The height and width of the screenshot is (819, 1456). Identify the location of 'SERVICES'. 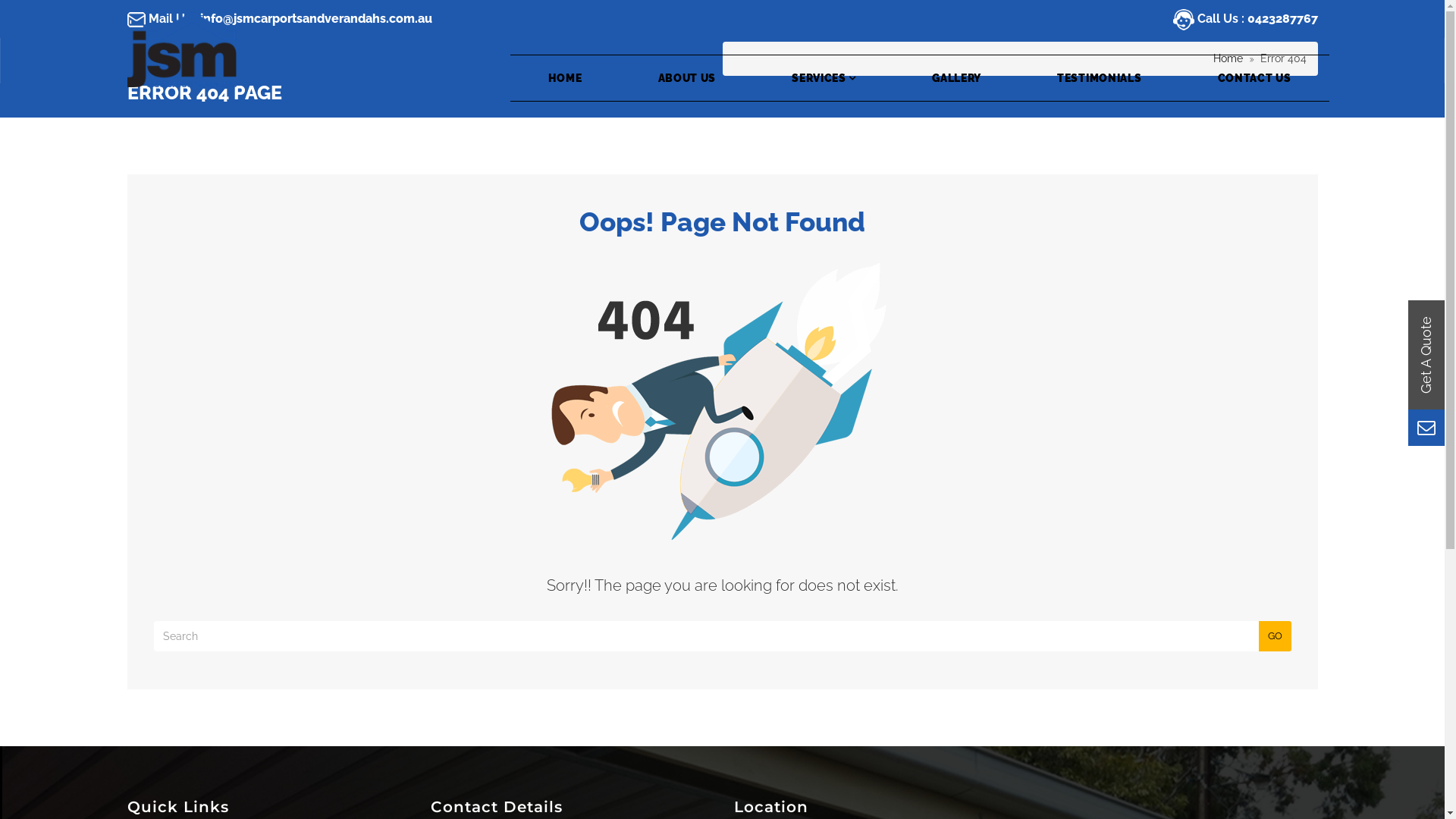
(823, 78).